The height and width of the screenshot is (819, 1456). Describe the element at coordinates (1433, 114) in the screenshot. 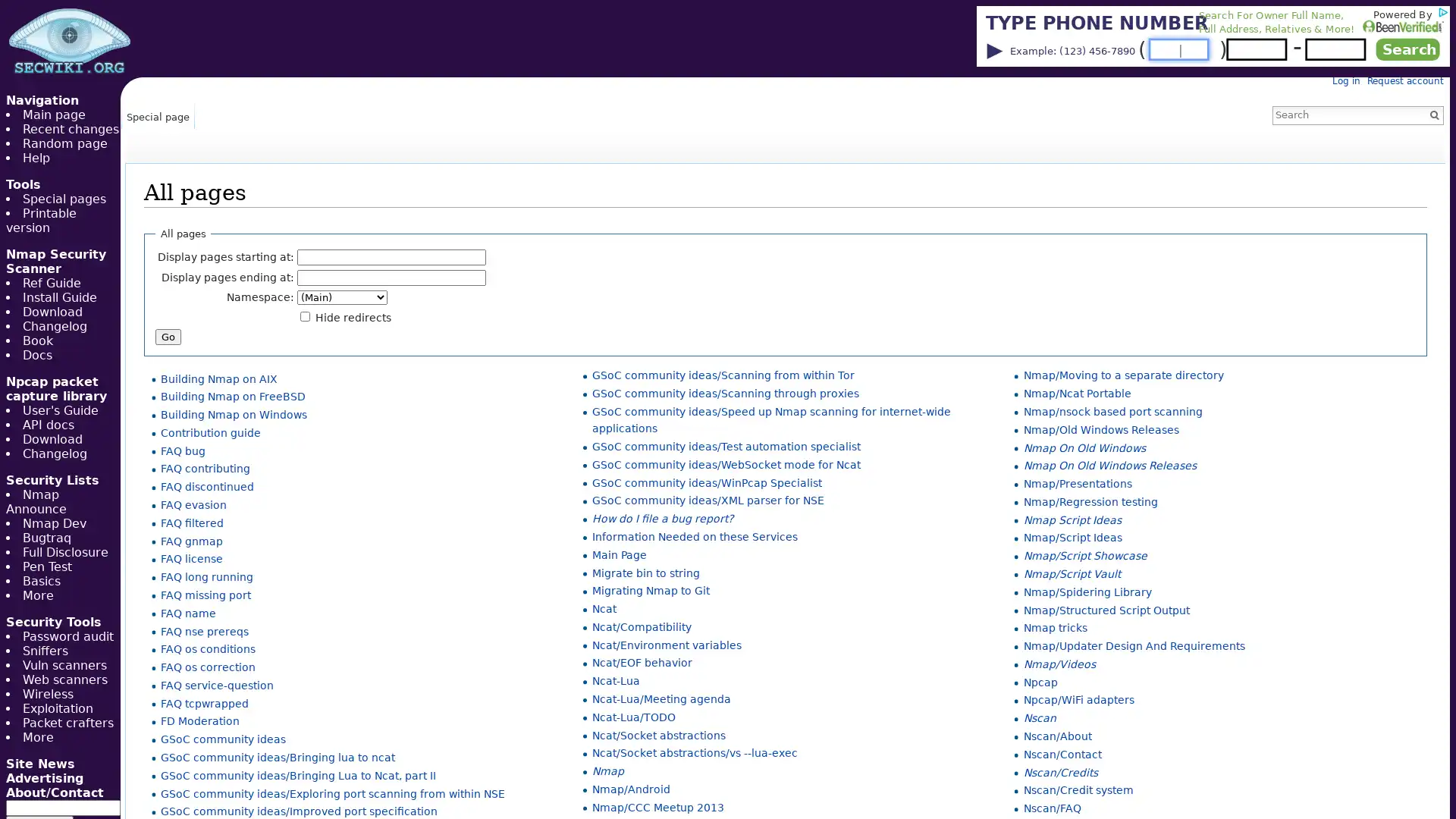

I see `Go` at that location.